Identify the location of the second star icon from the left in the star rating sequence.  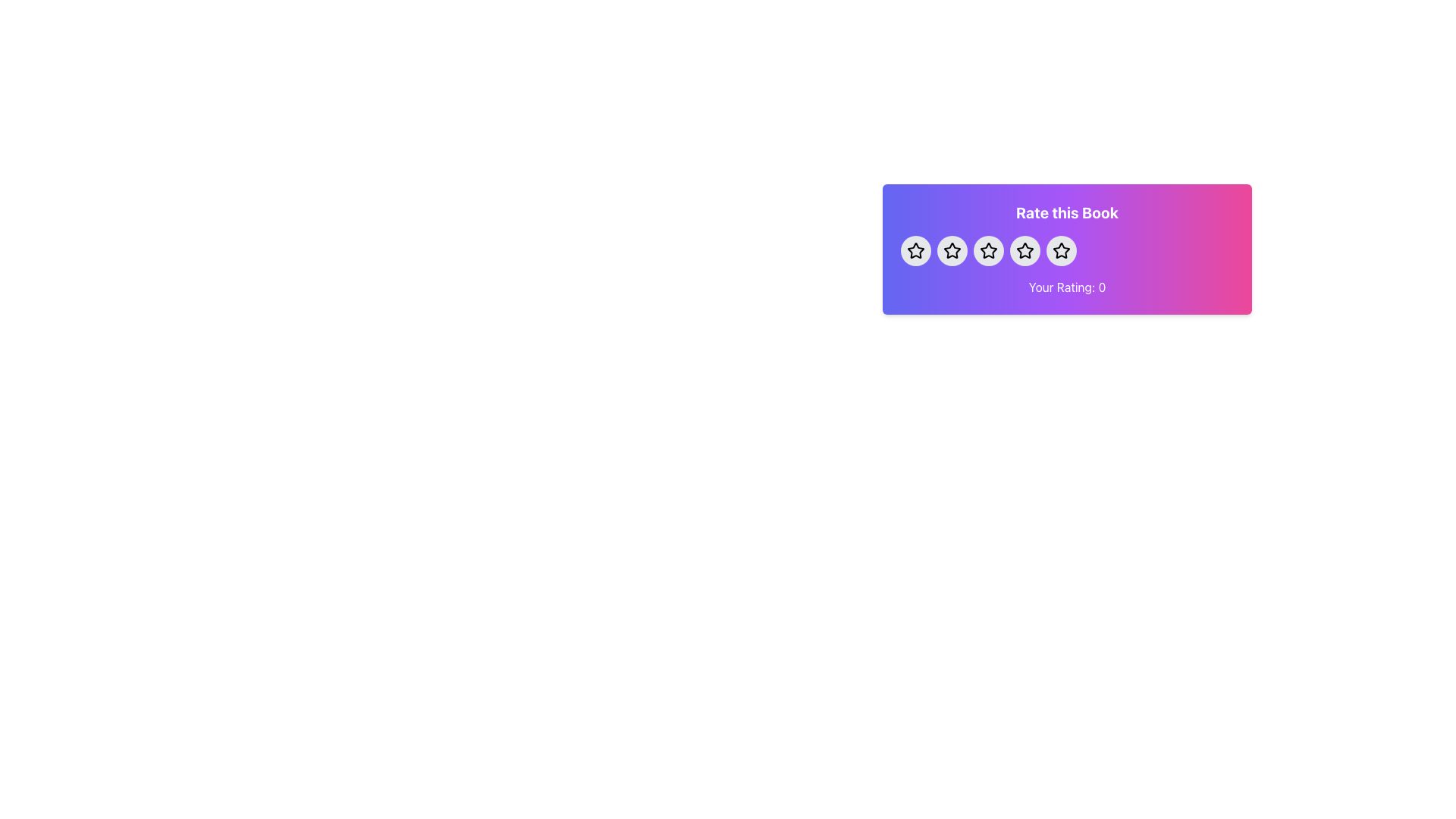
(987, 249).